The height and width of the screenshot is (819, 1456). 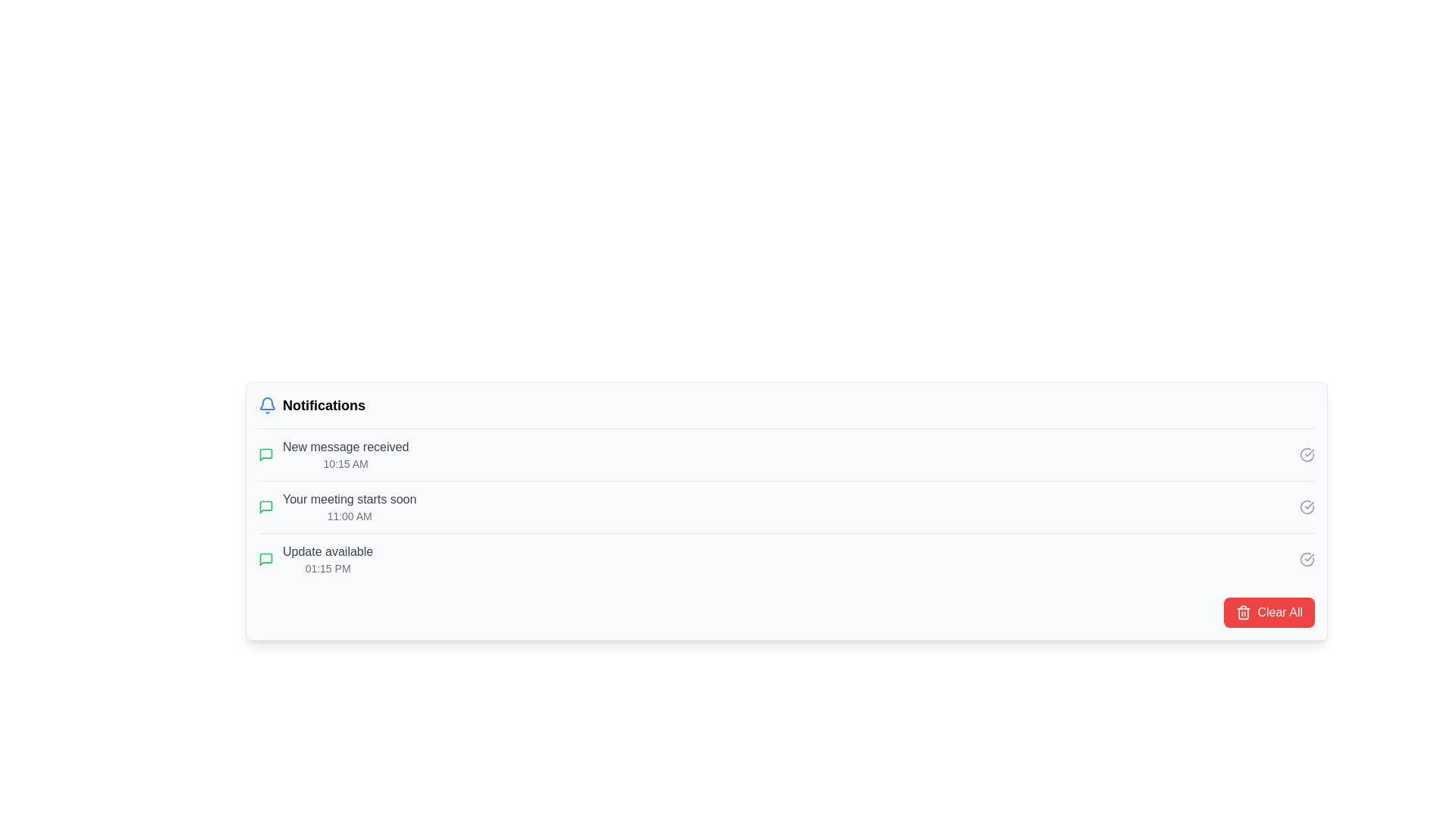 What do you see at coordinates (265, 454) in the screenshot?
I see `the green notification icon located to the left of the text 'Your meeting starts soon', which is the second item in the notifications list` at bounding box center [265, 454].